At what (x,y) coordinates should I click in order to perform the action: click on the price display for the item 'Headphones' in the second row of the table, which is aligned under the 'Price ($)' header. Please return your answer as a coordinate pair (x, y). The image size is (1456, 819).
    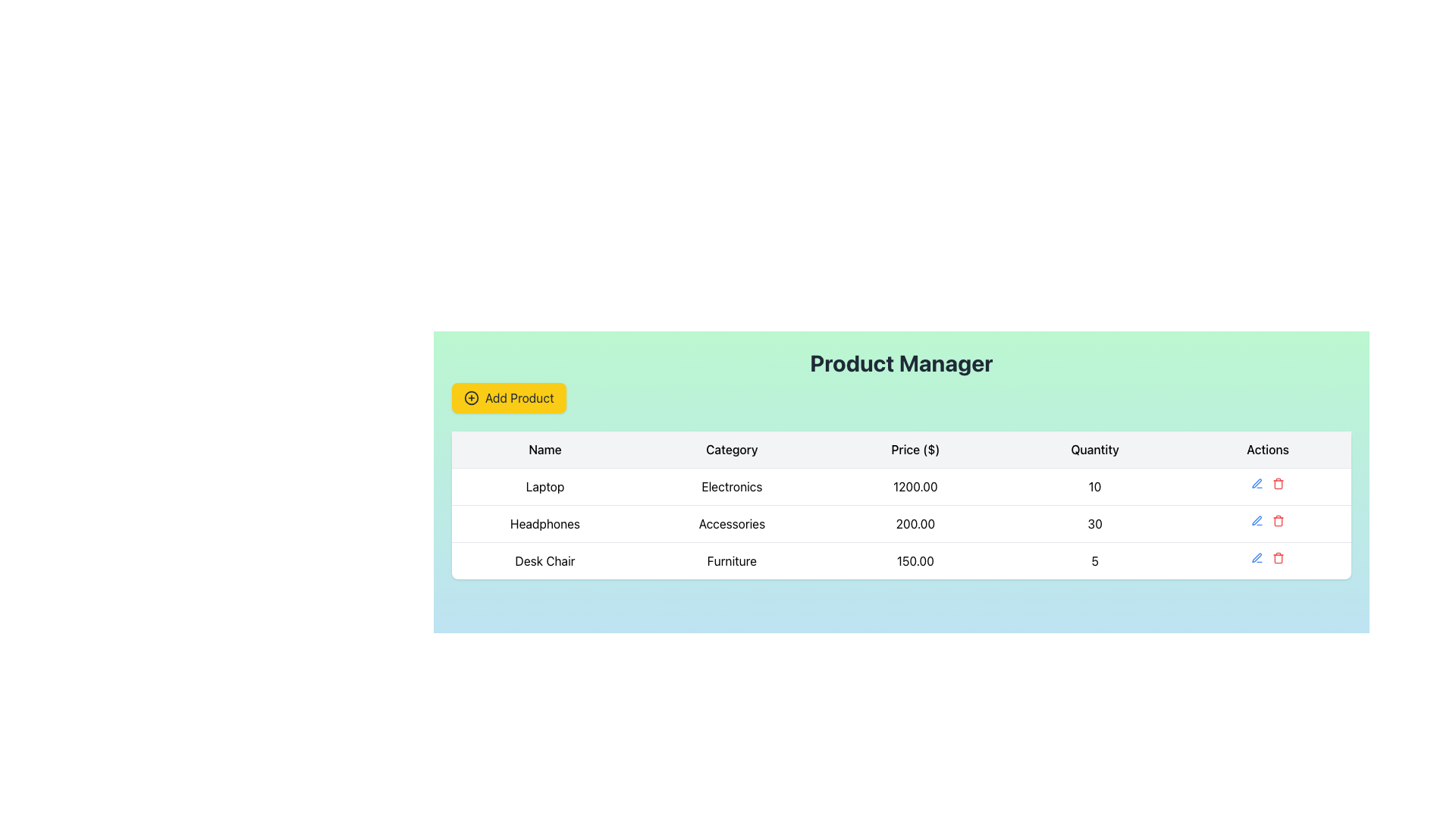
    Looking at the image, I should click on (915, 522).